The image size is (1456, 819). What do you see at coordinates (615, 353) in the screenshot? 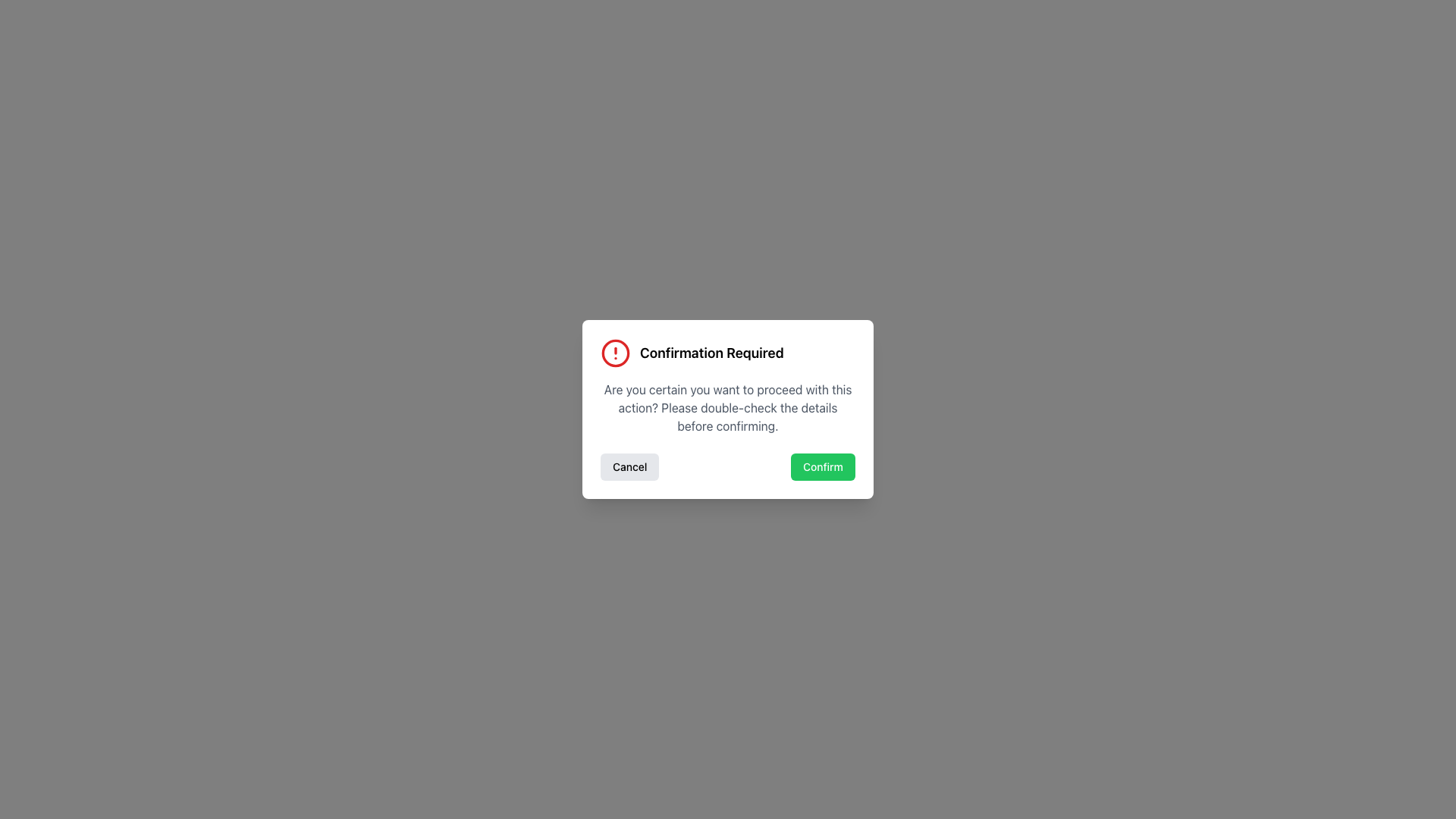
I see `the graphic element that serves as a visual alert icon indicating importance or warning in the top-left corner of the modal dialog` at bounding box center [615, 353].